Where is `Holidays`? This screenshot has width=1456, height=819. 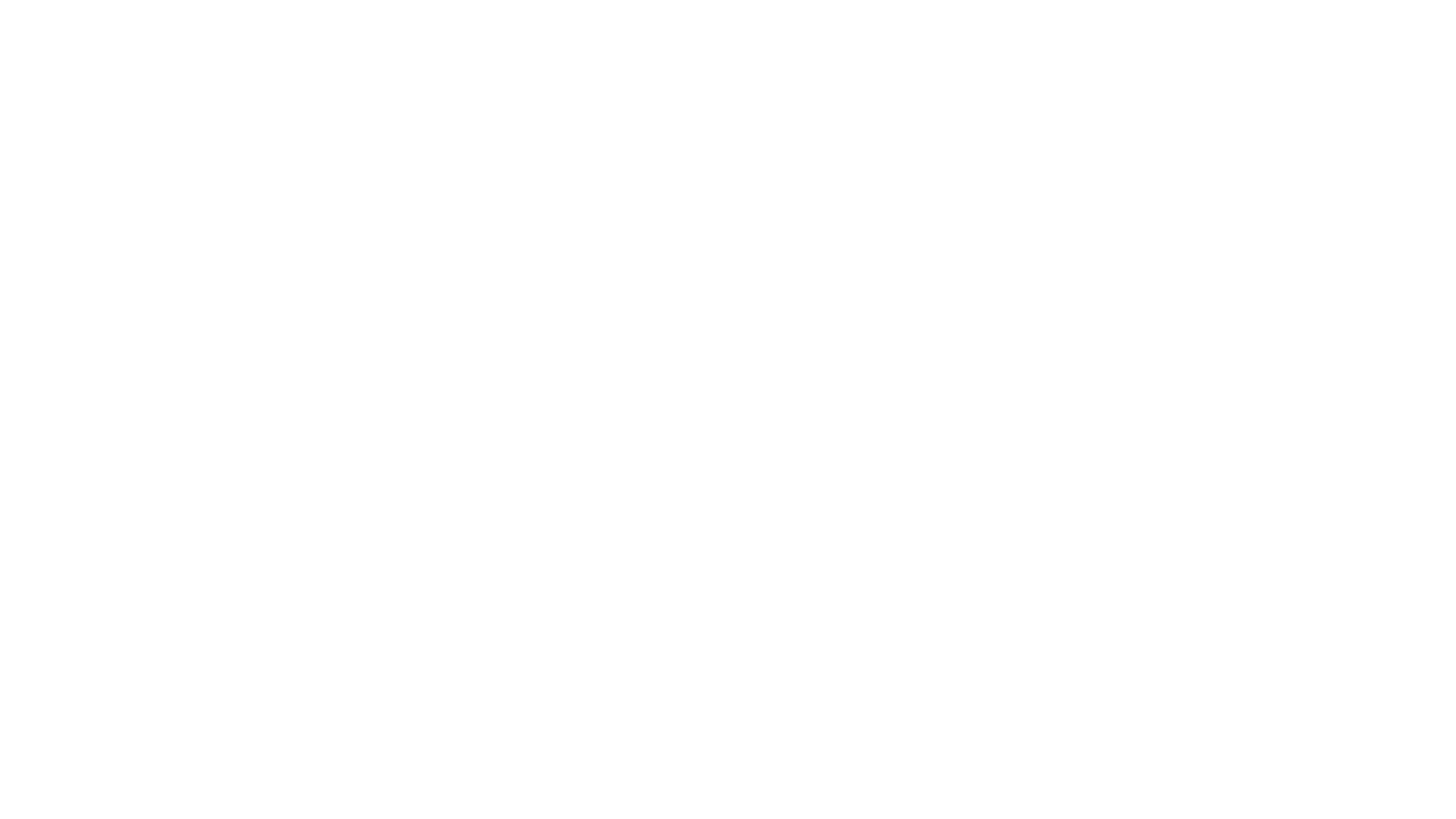
Holidays is located at coordinates (728, 321).